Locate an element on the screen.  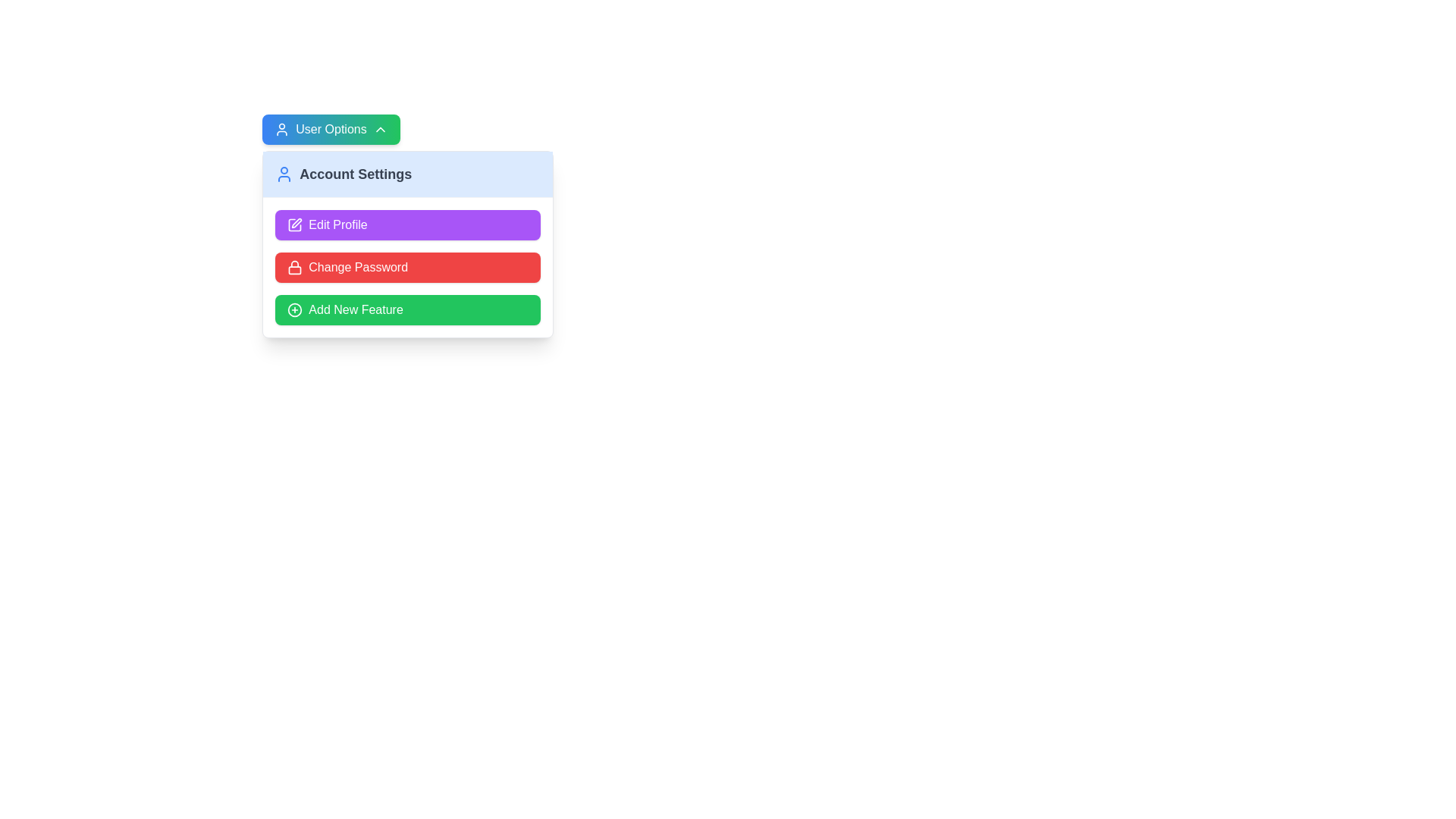
the upward-pointing chevron icon next to the 'User Options' button, which has a green gradient background is located at coordinates (380, 128).